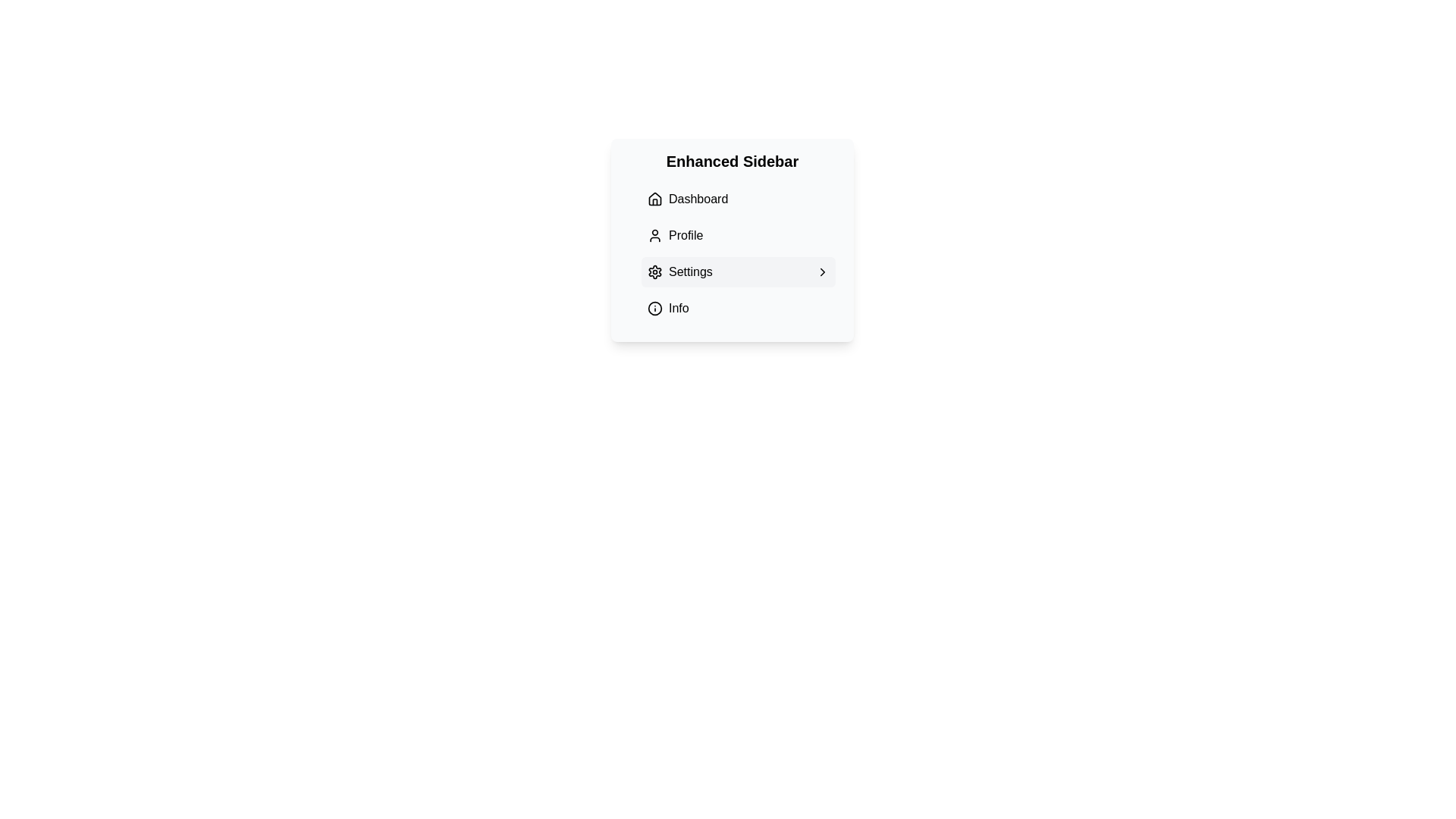 This screenshot has height=819, width=1456. Describe the element at coordinates (821, 271) in the screenshot. I see `the right-pointing chevron icon located to the far right of the 'Settings' text in the sidebar menu` at that location.